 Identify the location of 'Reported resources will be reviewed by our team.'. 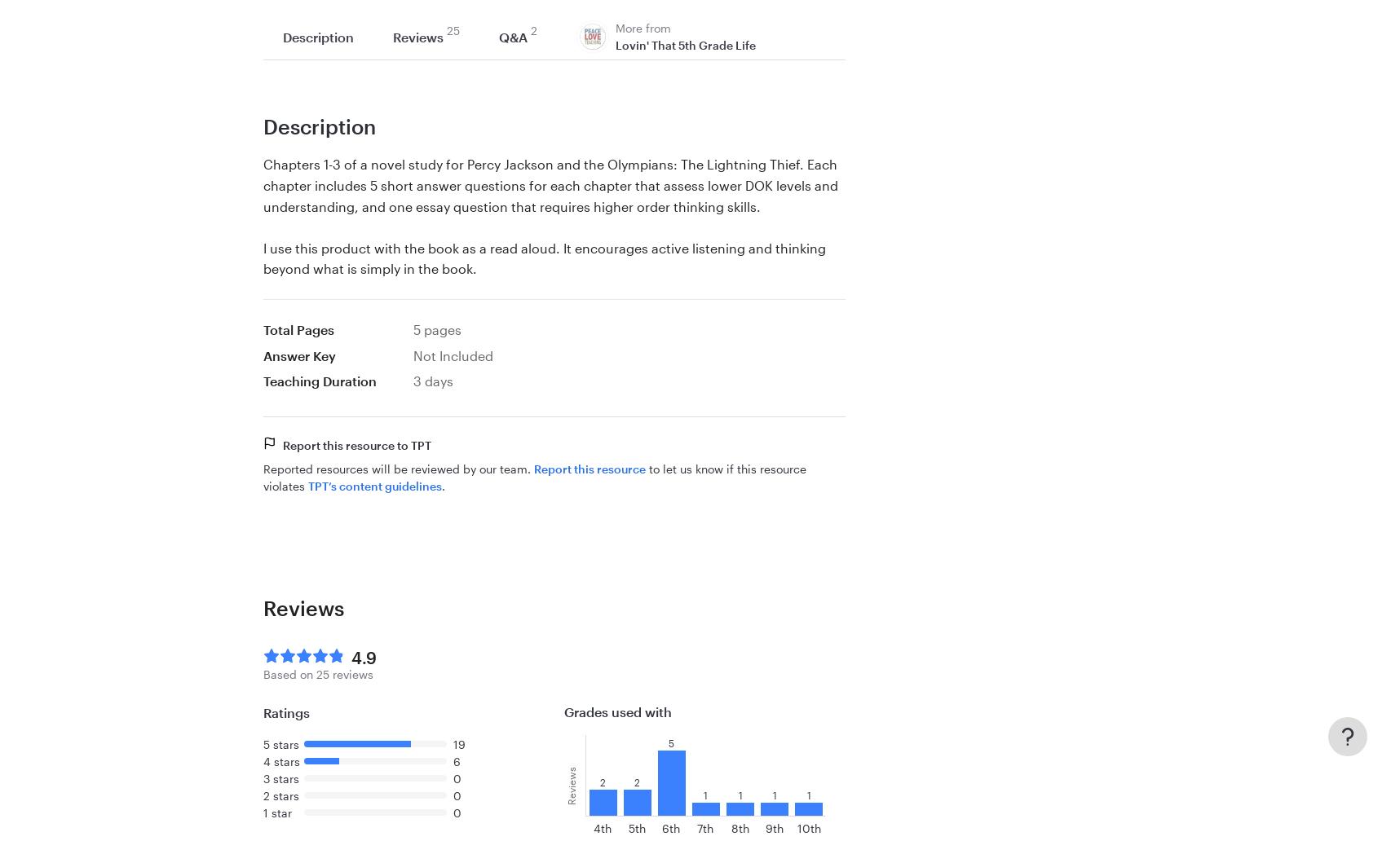
(262, 468).